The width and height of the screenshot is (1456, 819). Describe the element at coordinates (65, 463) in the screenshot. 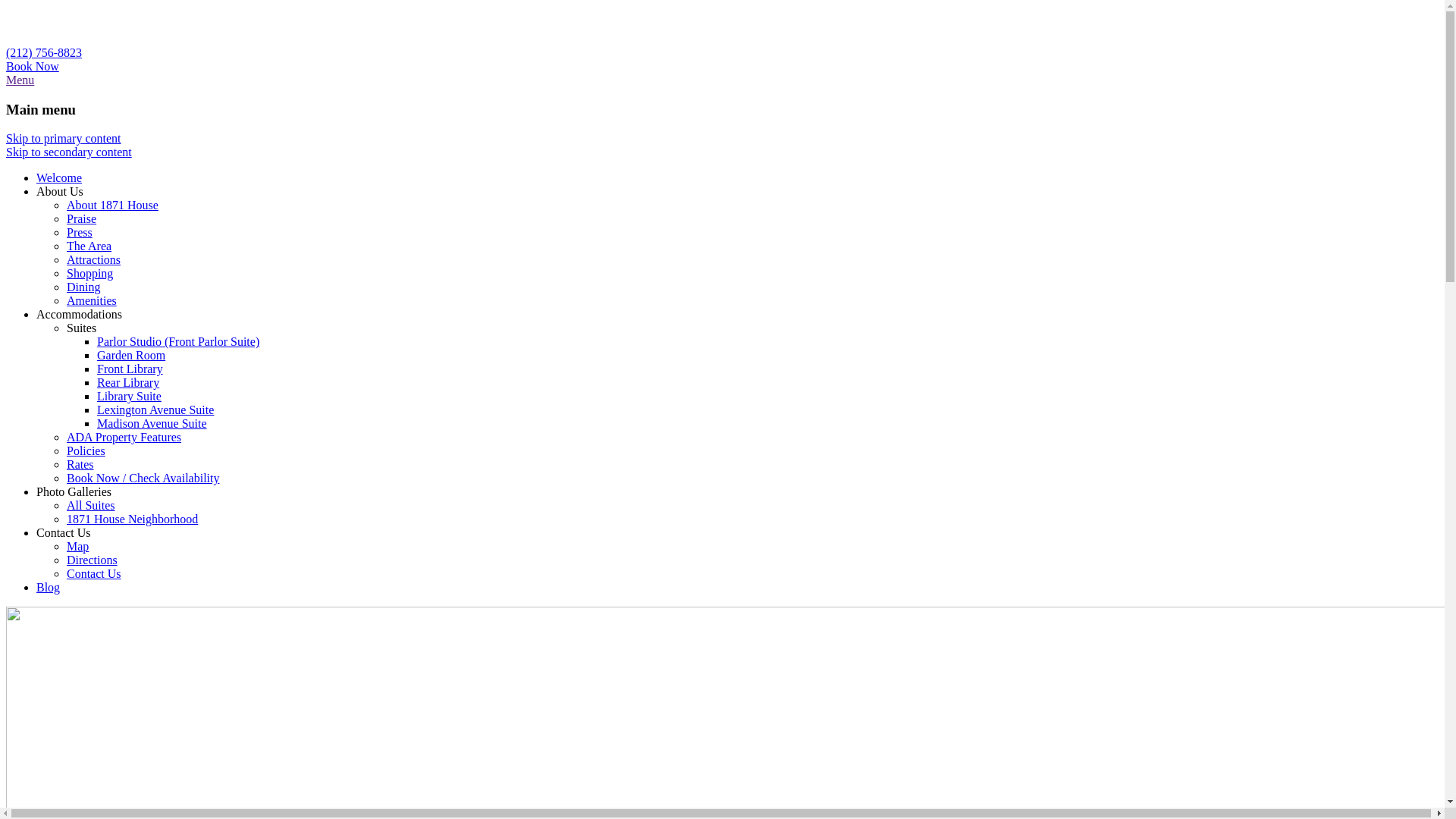

I see `'Rates'` at that location.